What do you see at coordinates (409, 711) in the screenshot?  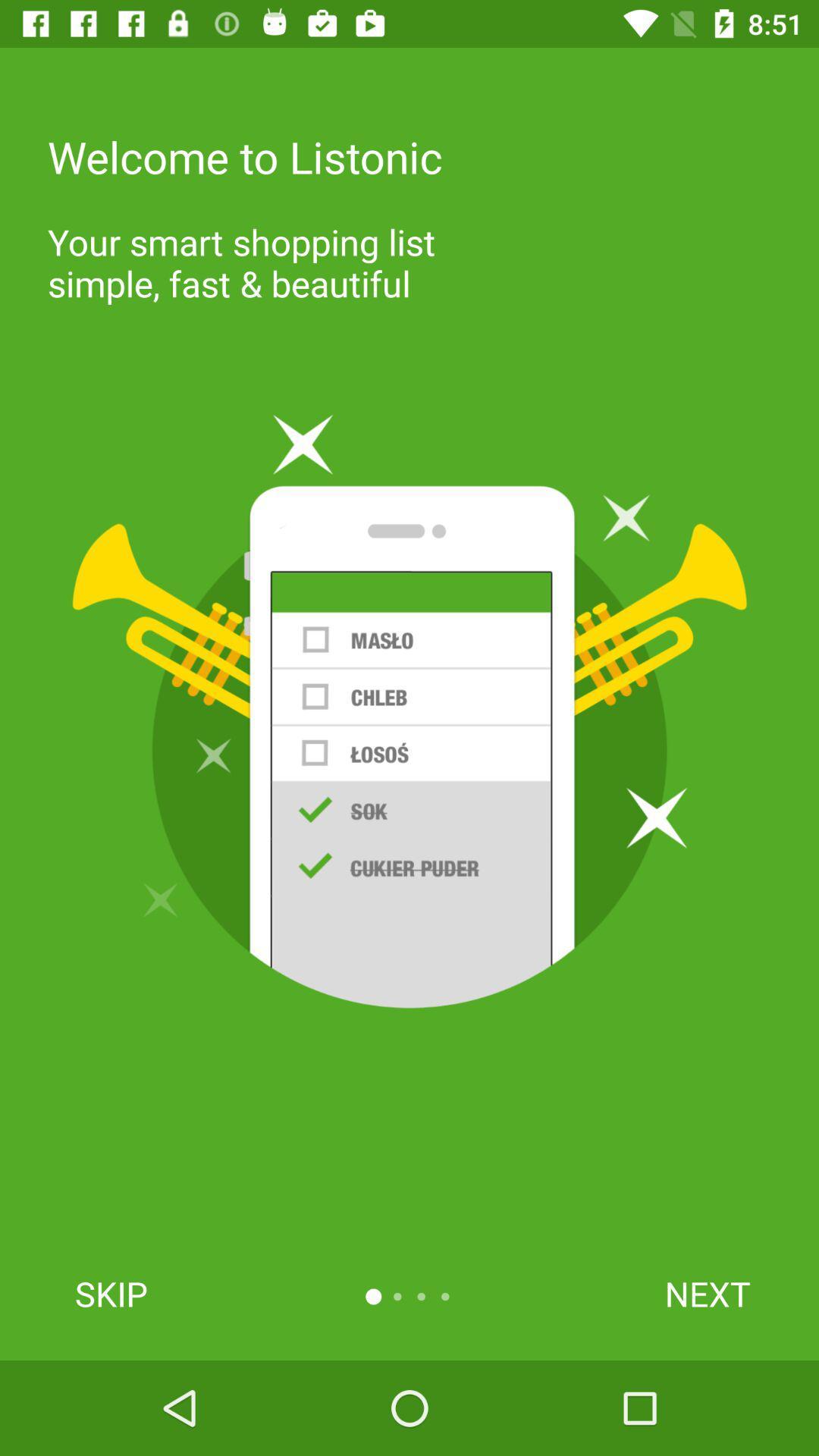 I see `the item at the center` at bounding box center [409, 711].